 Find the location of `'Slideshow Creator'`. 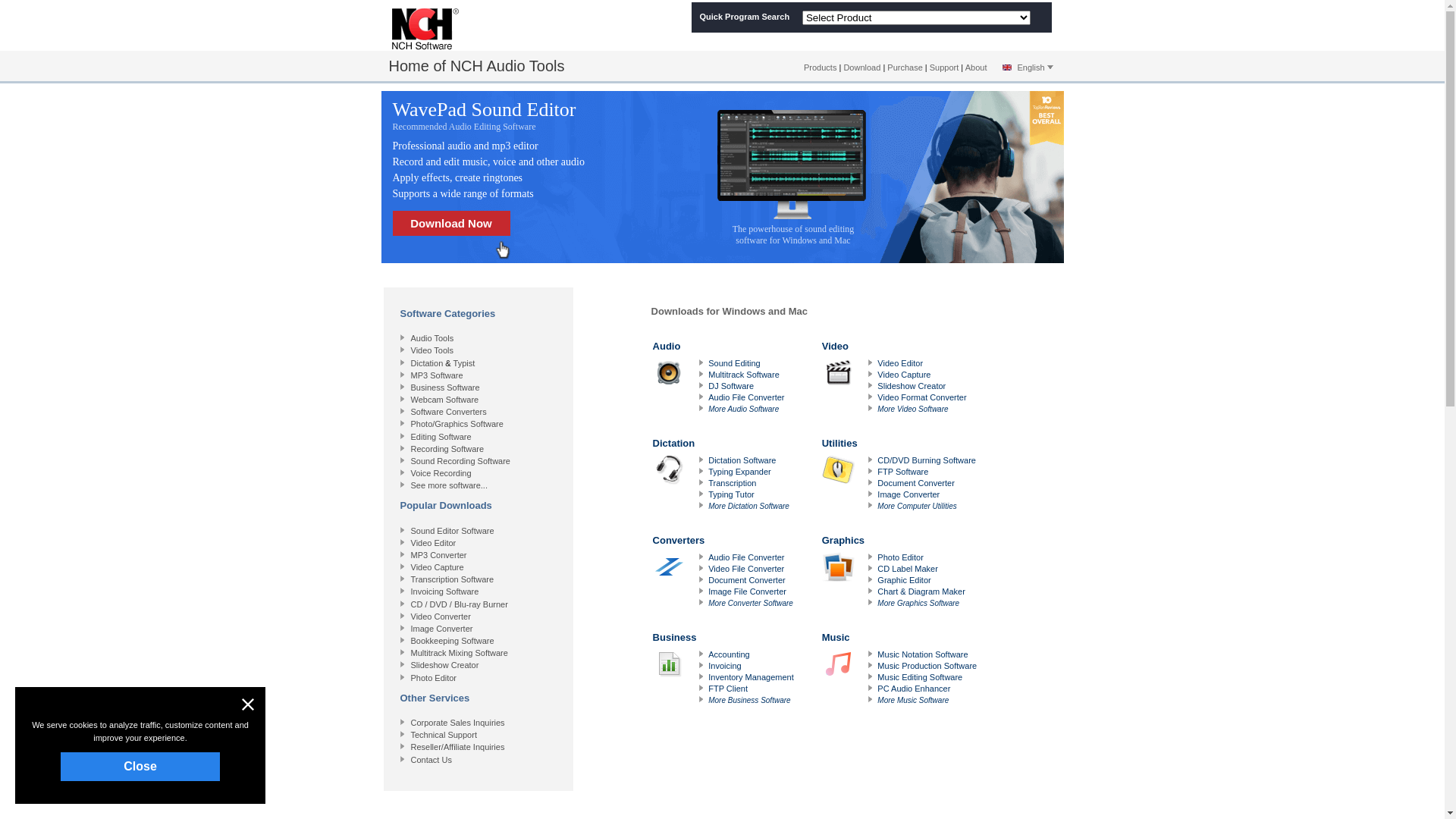

'Slideshow Creator' is located at coordinates (444, 664).